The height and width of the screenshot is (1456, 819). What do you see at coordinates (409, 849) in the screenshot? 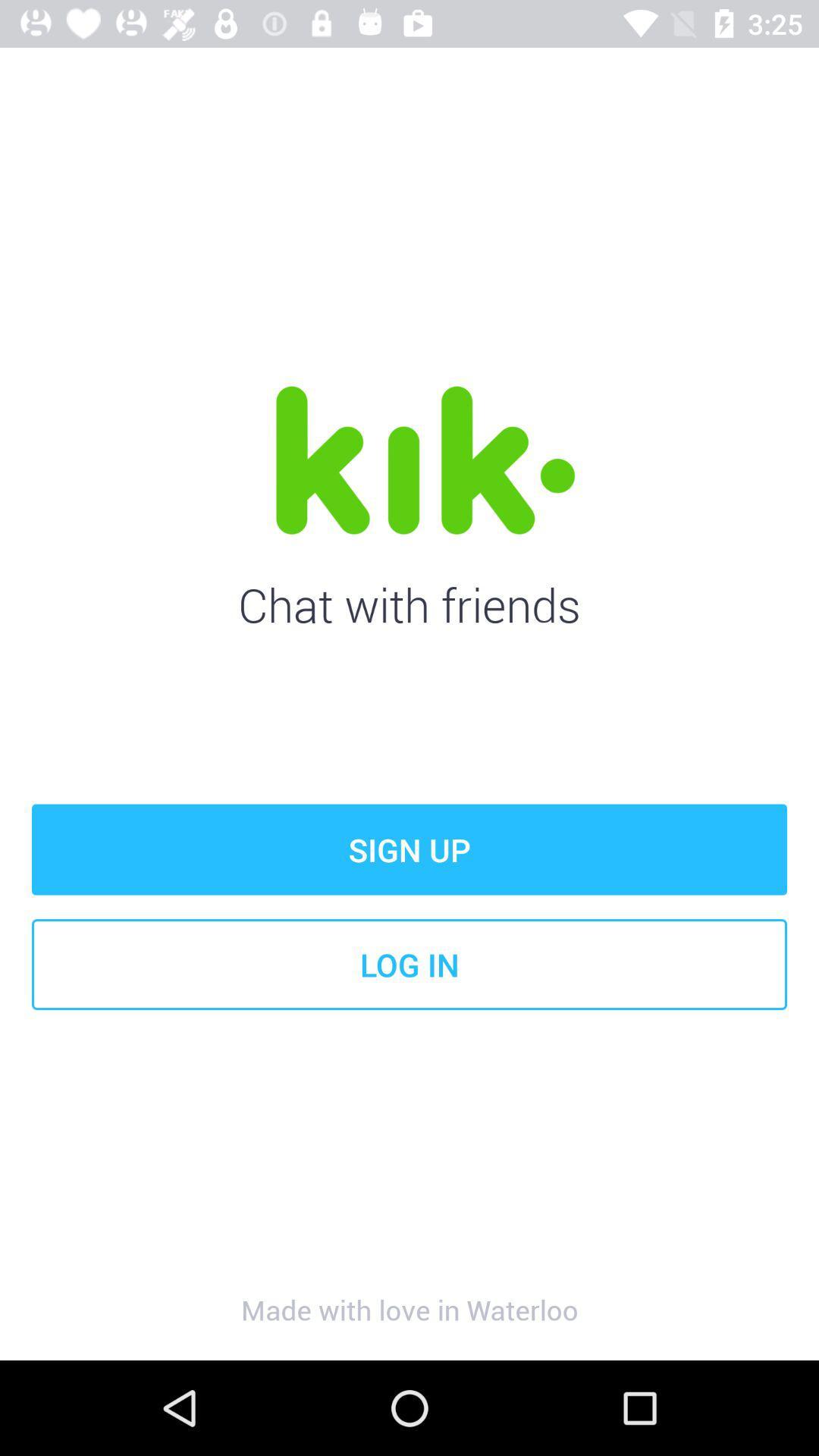
I see `the sign up` at bounding box center [409, 849].